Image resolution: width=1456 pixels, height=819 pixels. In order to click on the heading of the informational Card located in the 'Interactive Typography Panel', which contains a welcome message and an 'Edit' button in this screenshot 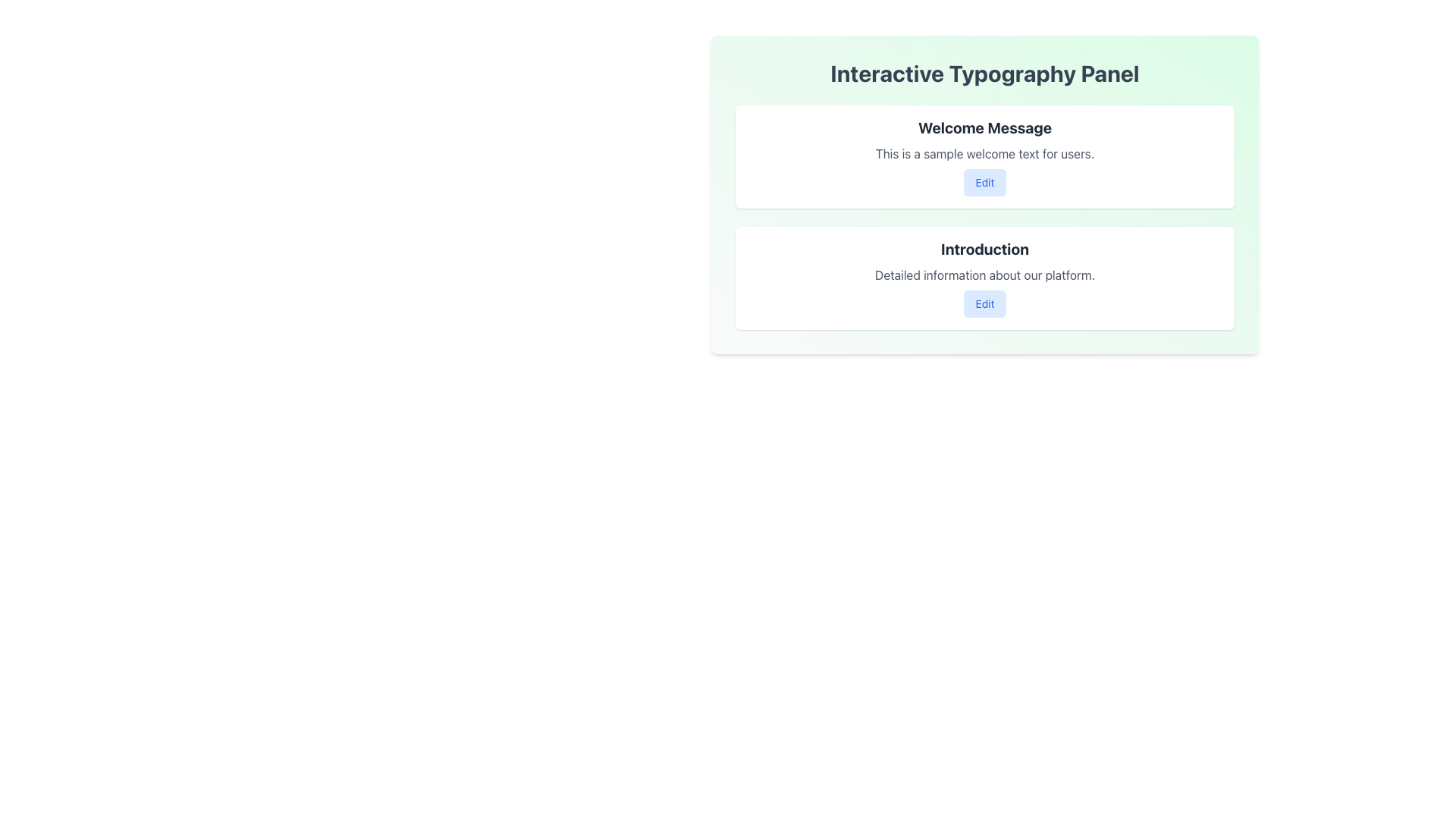, I will do `click(985, 157)`.